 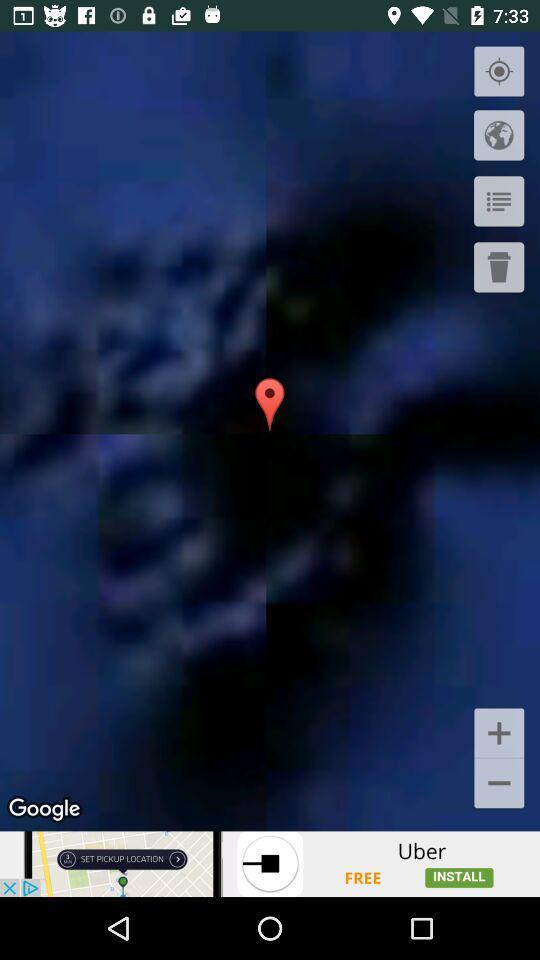 What do you see at coordinates (498, 731) in the screenshot?
I see `the add icon` at bounding box center [498, 731].